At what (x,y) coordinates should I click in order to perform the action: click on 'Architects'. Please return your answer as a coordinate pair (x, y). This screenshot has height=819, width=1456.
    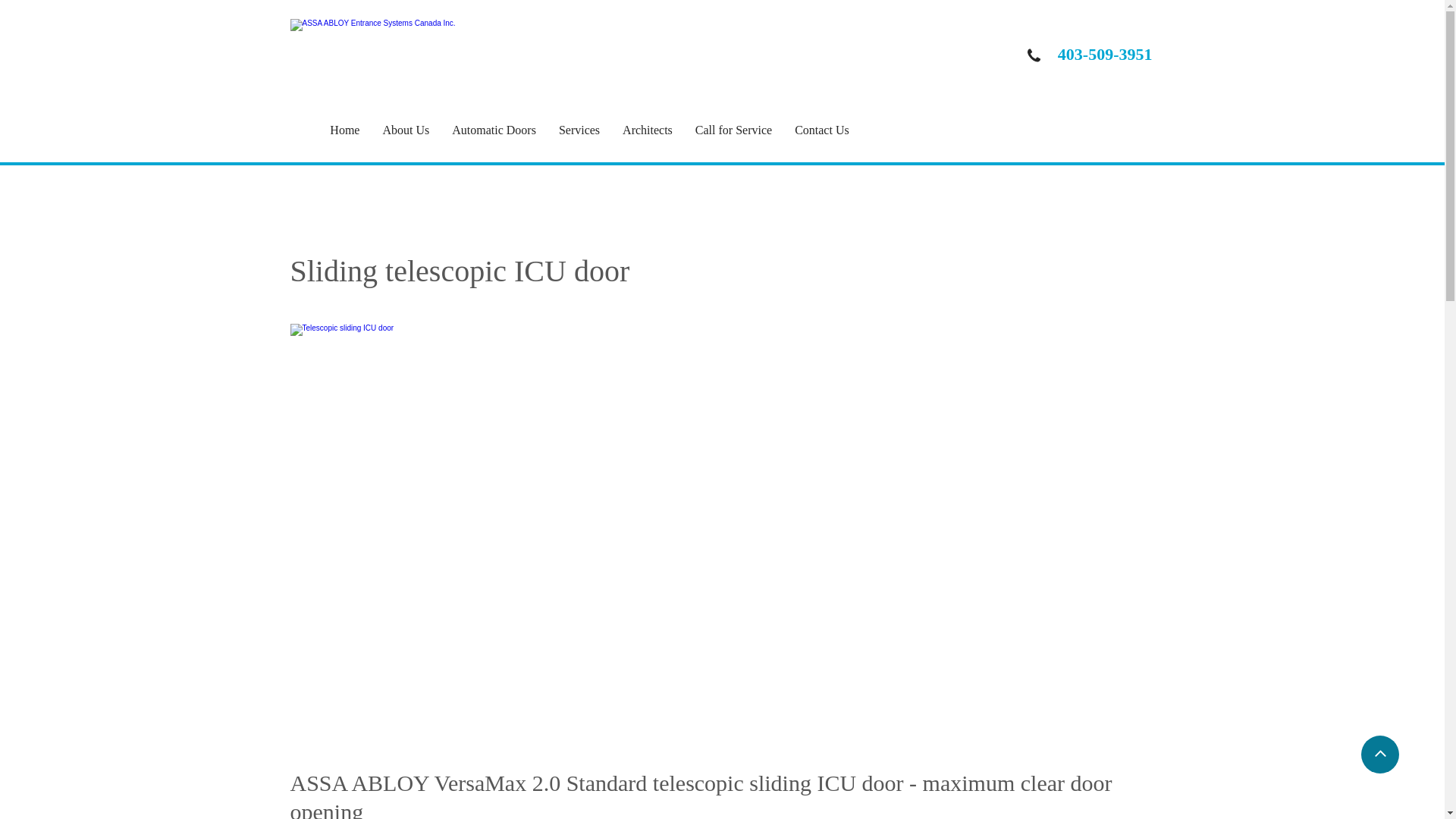
    Looking at the image, I should click on (658, 130).